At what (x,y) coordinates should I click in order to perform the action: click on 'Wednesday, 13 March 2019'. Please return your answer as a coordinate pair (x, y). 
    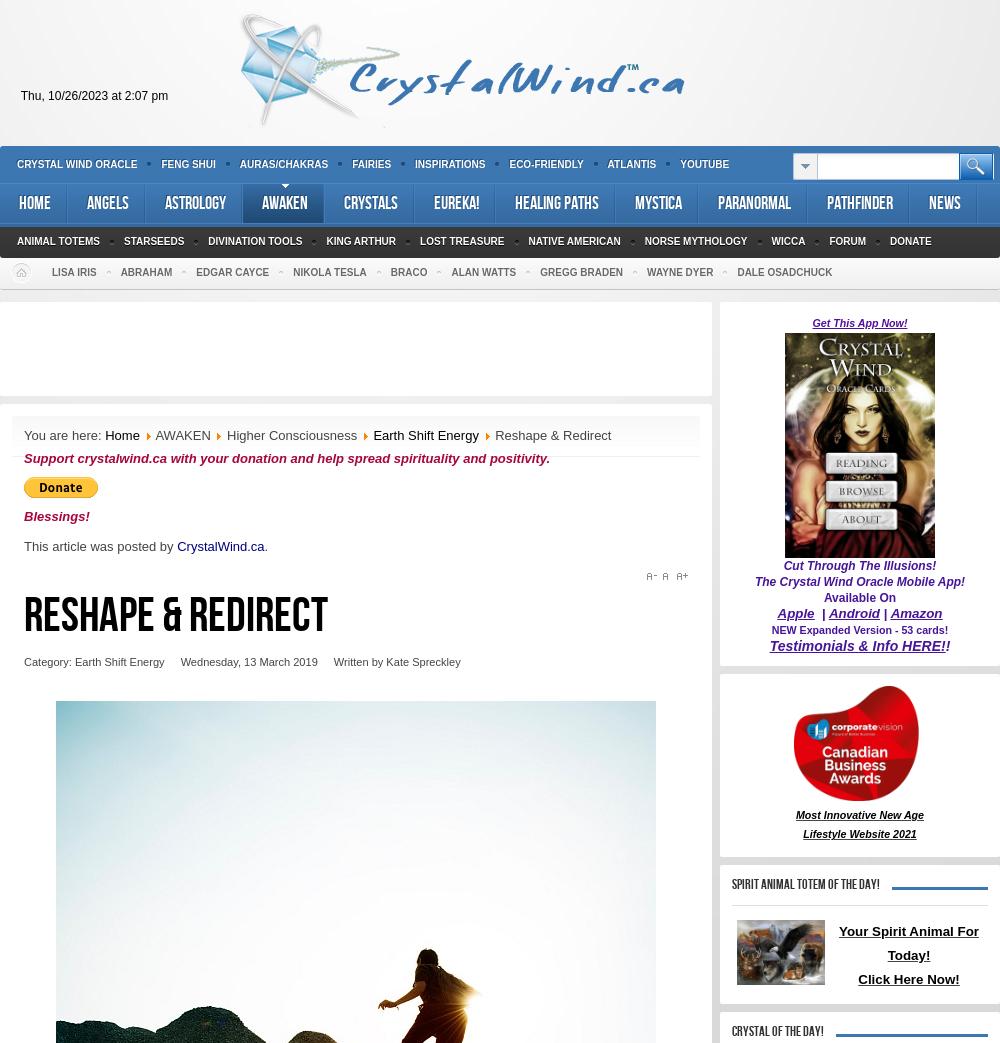
    Looking at the image, I should click on (247, 659).